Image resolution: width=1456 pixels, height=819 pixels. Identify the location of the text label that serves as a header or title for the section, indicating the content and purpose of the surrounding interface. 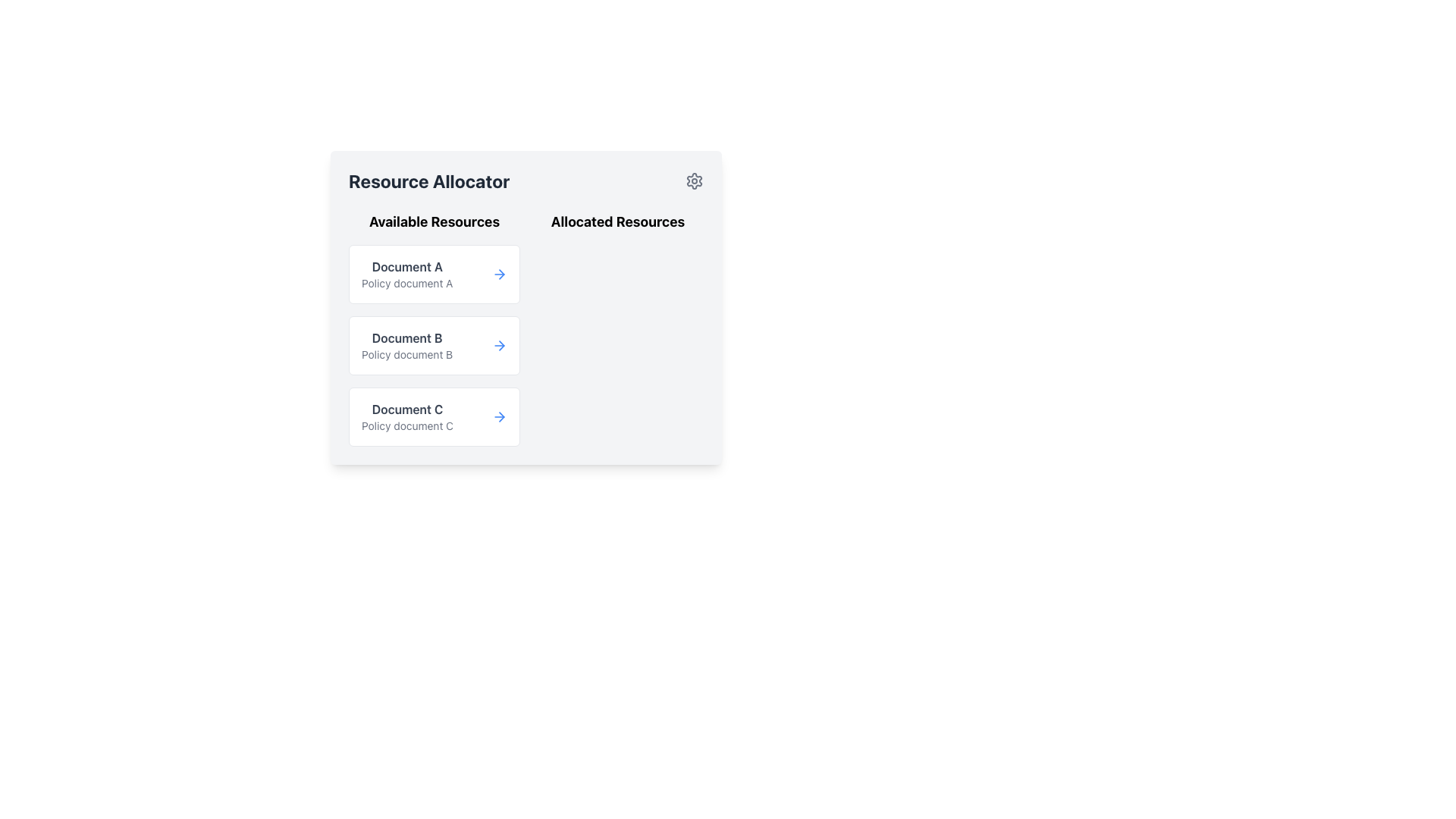
(428, 180).